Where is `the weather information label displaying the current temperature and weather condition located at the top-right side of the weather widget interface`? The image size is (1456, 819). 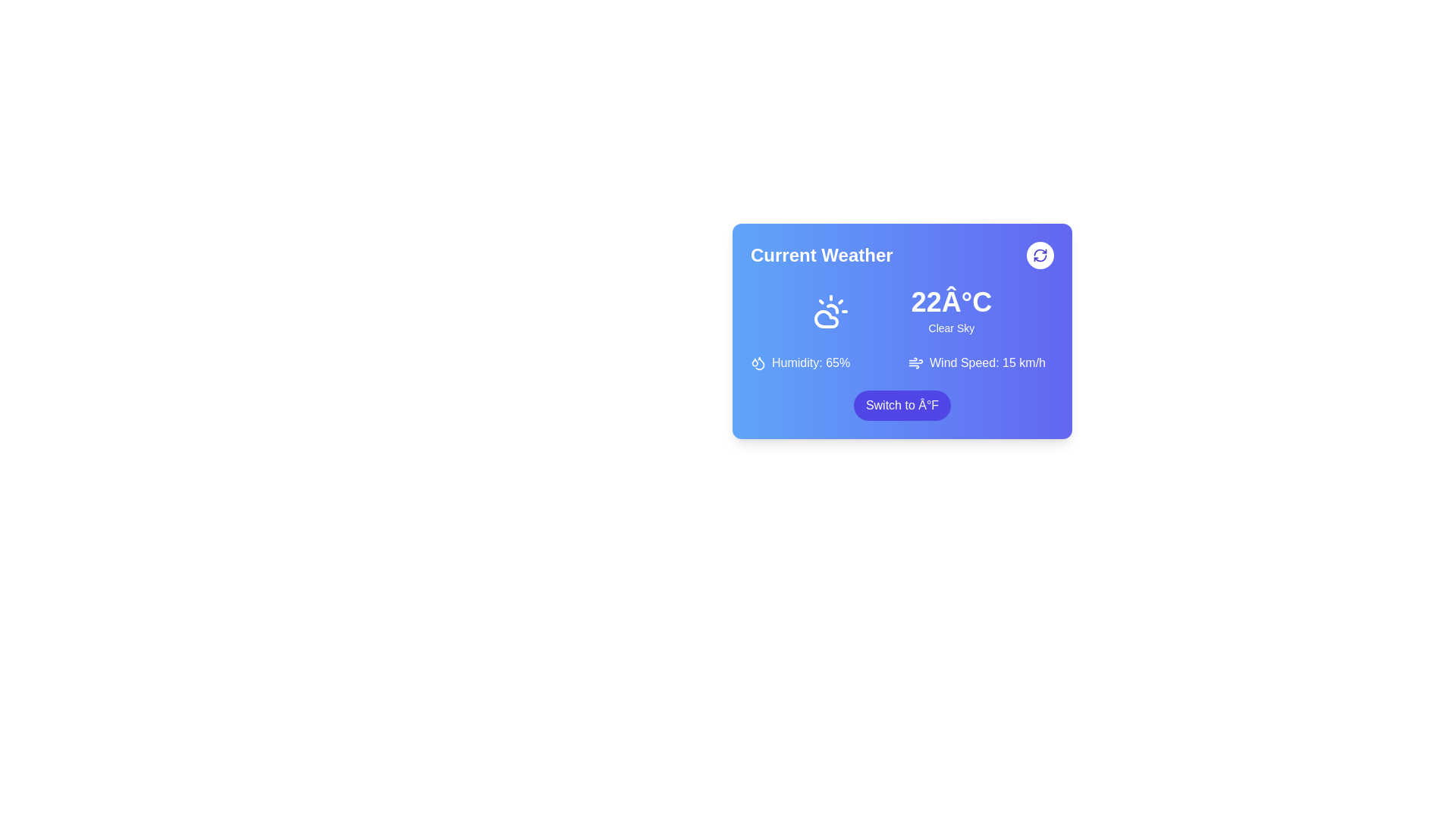 the weather information label displaying the current temperature and weather condition located at the top-right side of the weather widget interface is located at coordinates (950, 311).